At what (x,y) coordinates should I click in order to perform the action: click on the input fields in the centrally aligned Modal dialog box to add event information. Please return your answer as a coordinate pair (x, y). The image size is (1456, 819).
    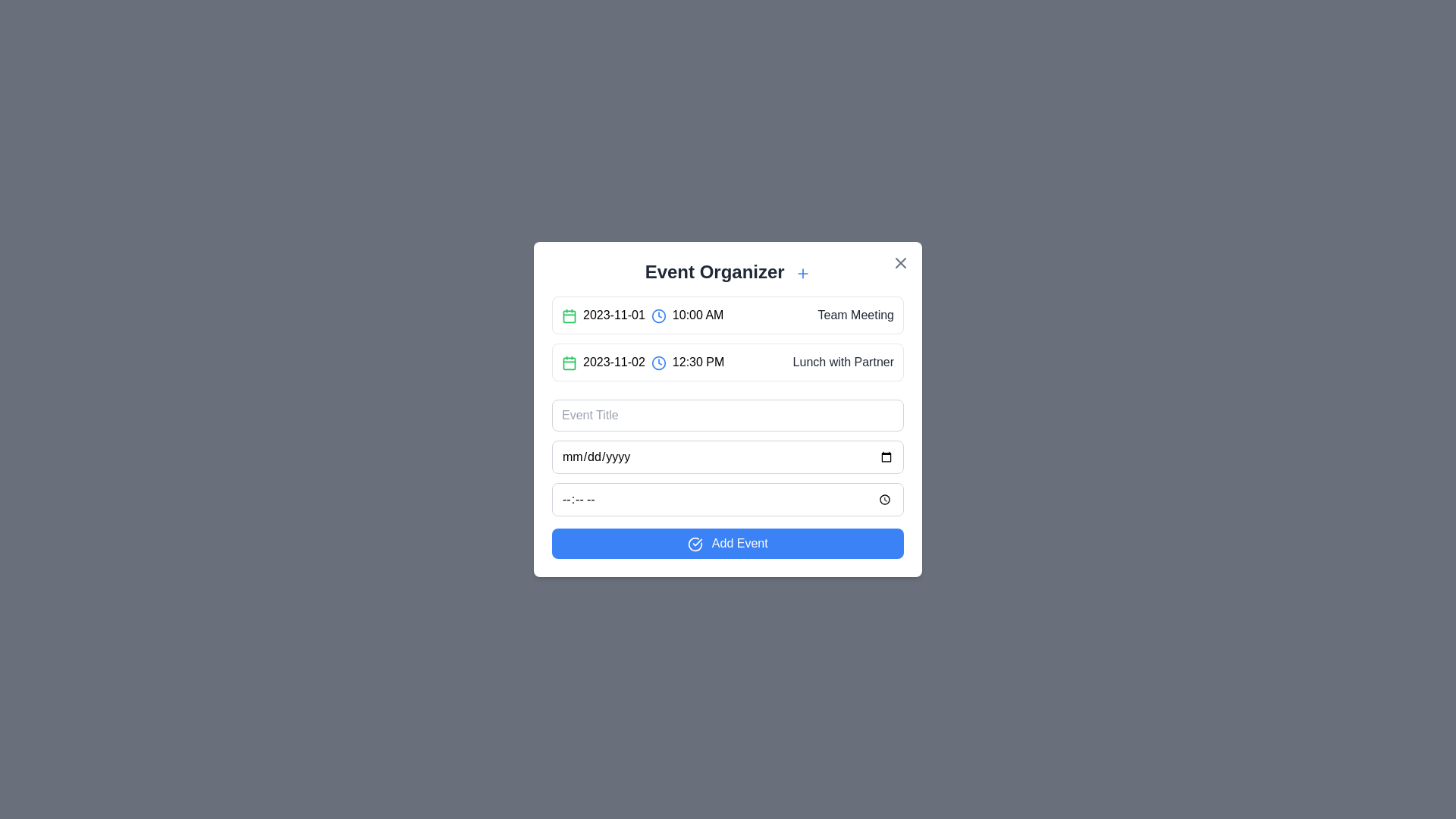
    Looking at the image, I should click on (728, 409).